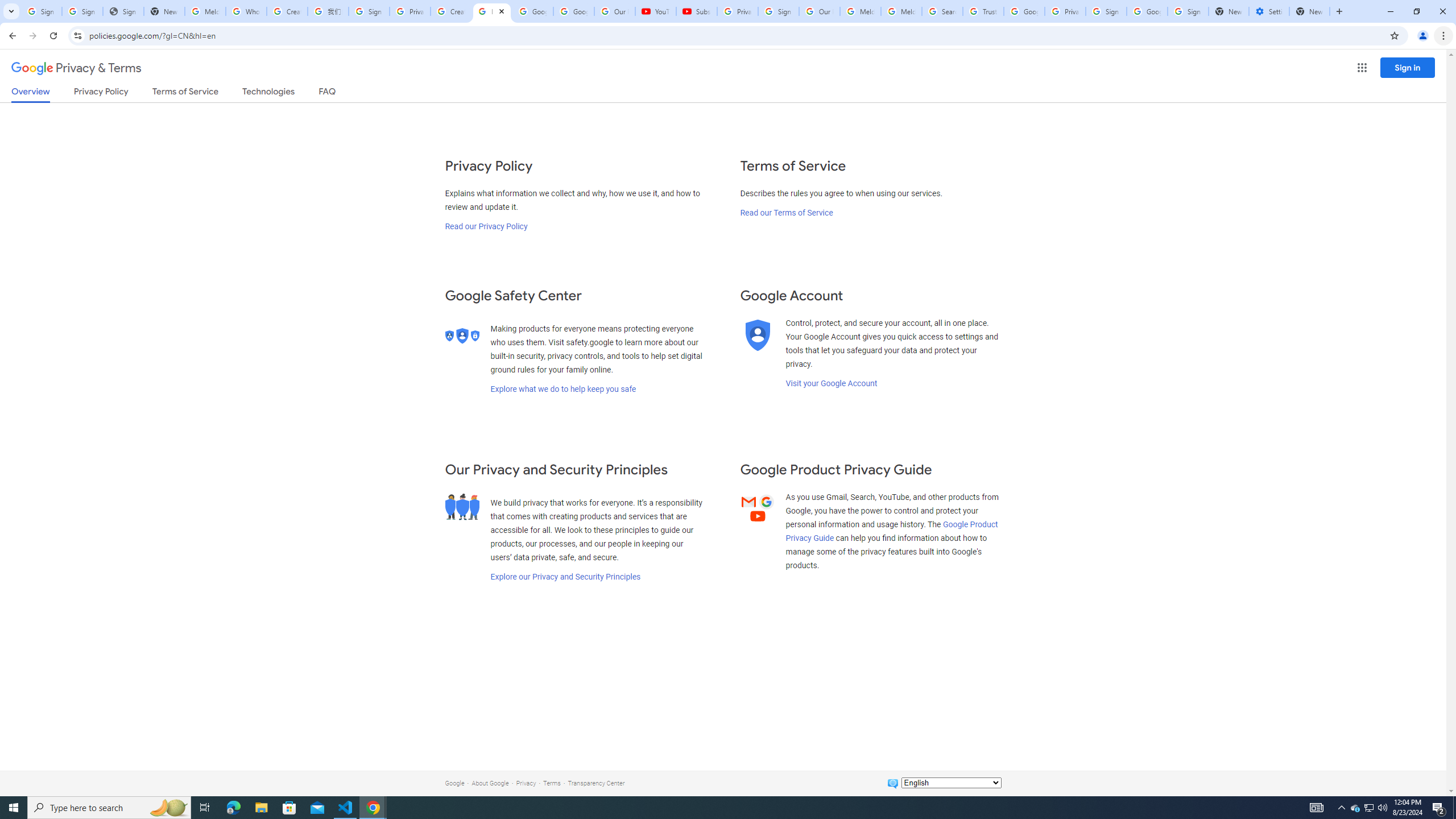 The height and width of the screenshot is (819, 1456). Describe the element at coordinates (490, 783) in the screenshot. I see `'About Google'` at that location.